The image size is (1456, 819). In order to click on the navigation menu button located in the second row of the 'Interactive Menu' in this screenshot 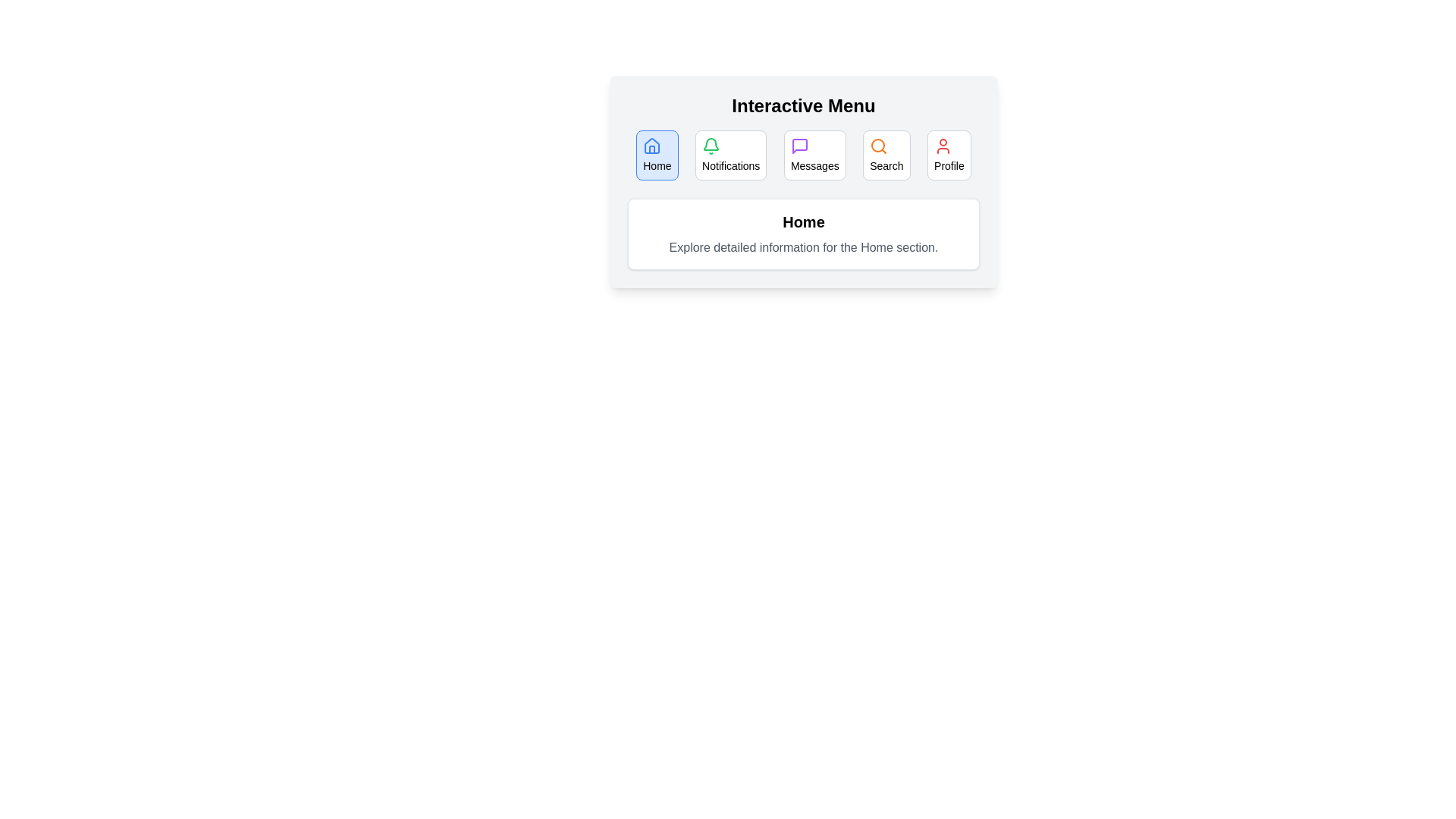, I will do `click(803, 155)`.